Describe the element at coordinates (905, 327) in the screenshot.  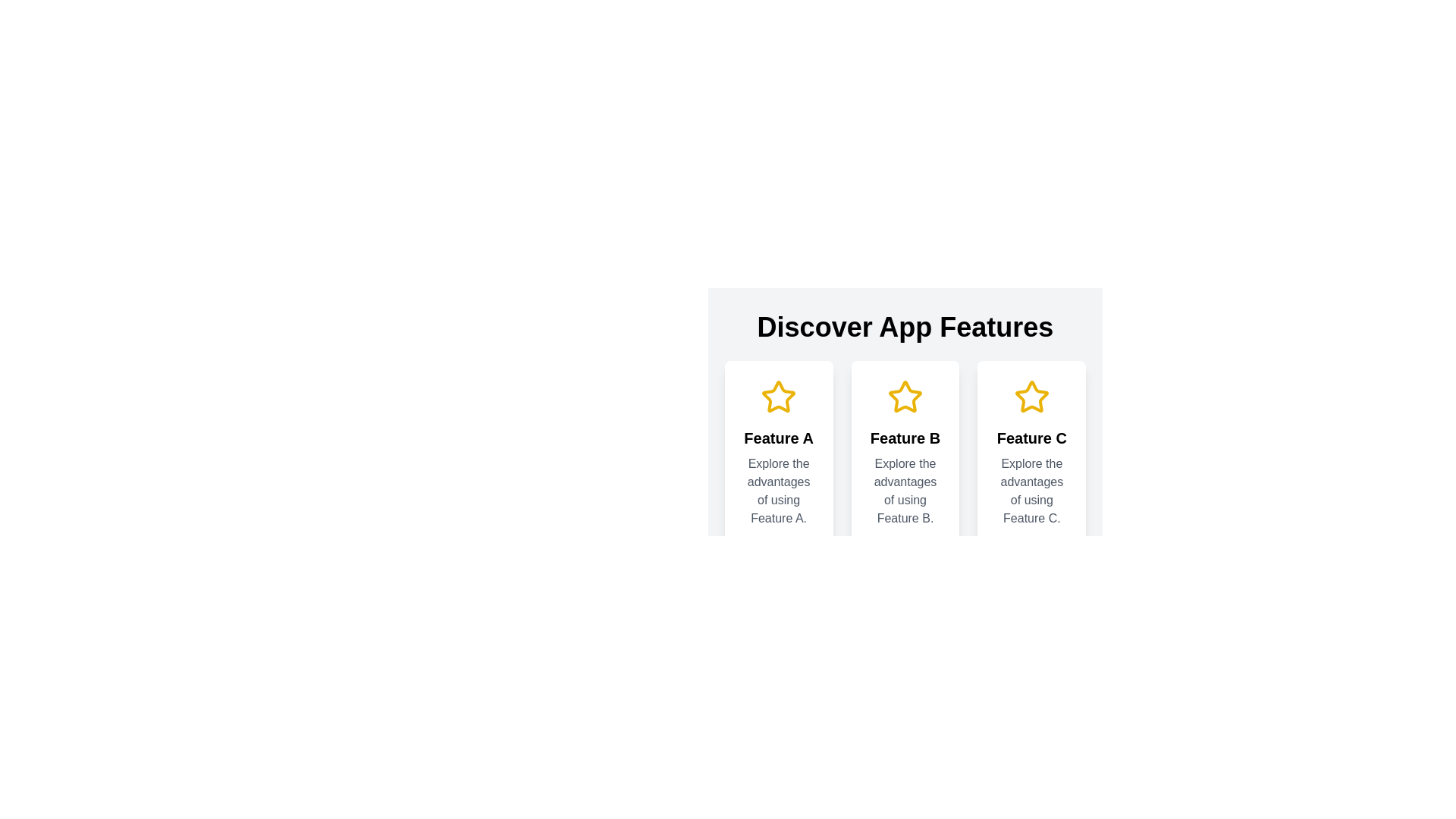
I see `the title text element located at the top-center of the section, which serves as a heading for the feature descriptions` at that location.